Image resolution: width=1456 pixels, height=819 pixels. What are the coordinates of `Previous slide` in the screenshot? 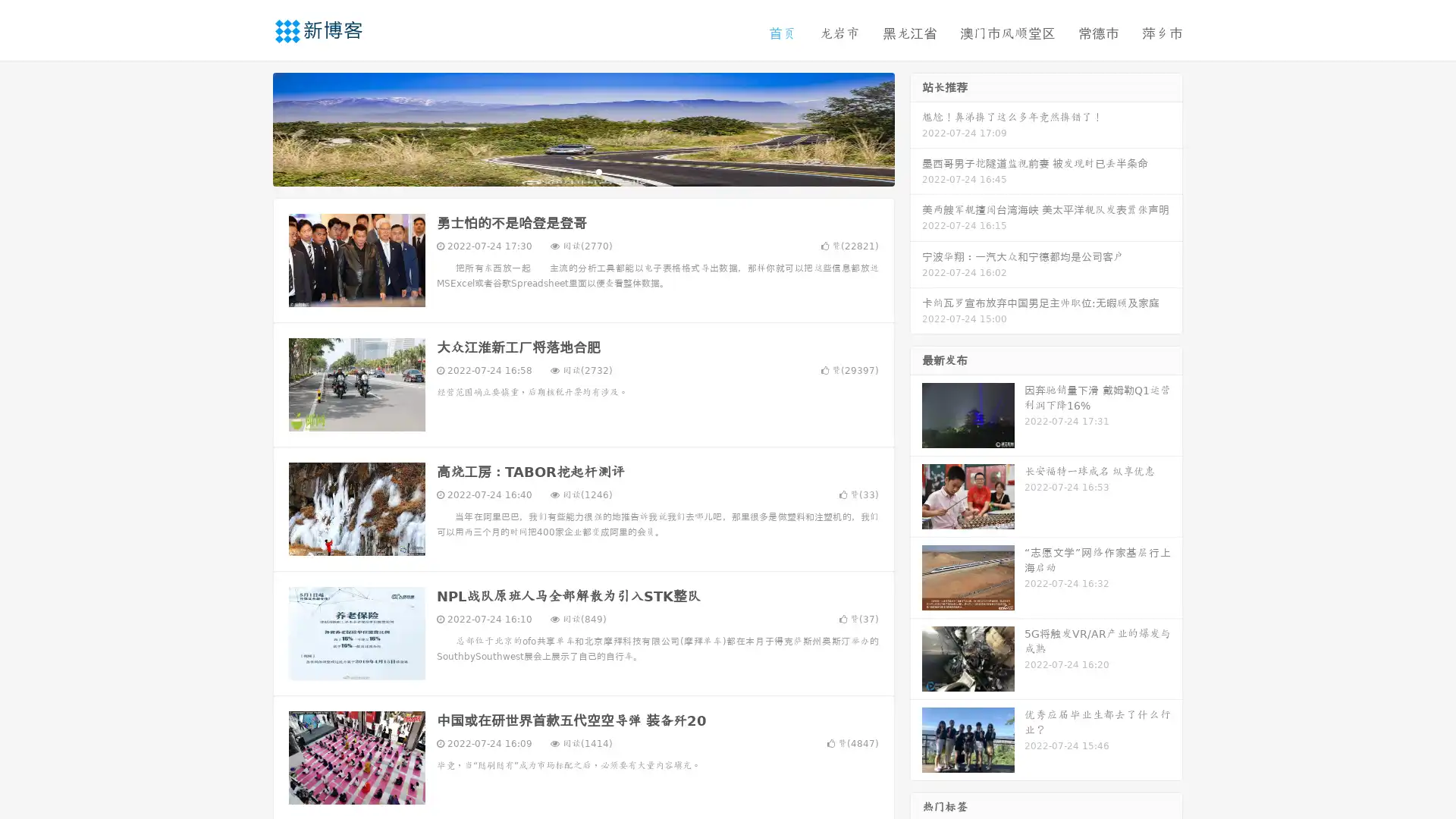 It's located at (250, 127).